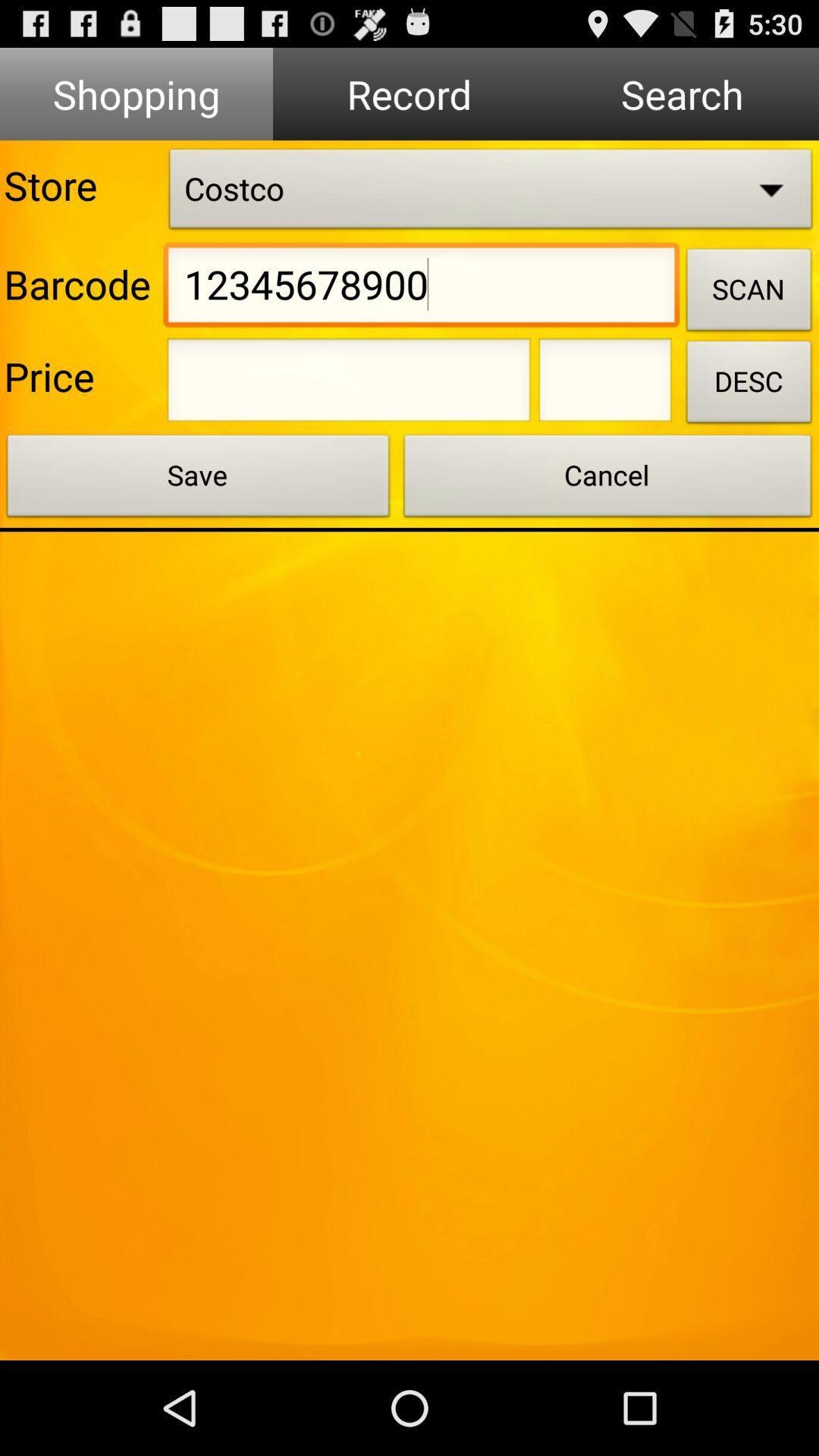 The image size is (819, 1456). Describe the element at coordinates (604, 384) in the screenshot. I see `price` at that location.